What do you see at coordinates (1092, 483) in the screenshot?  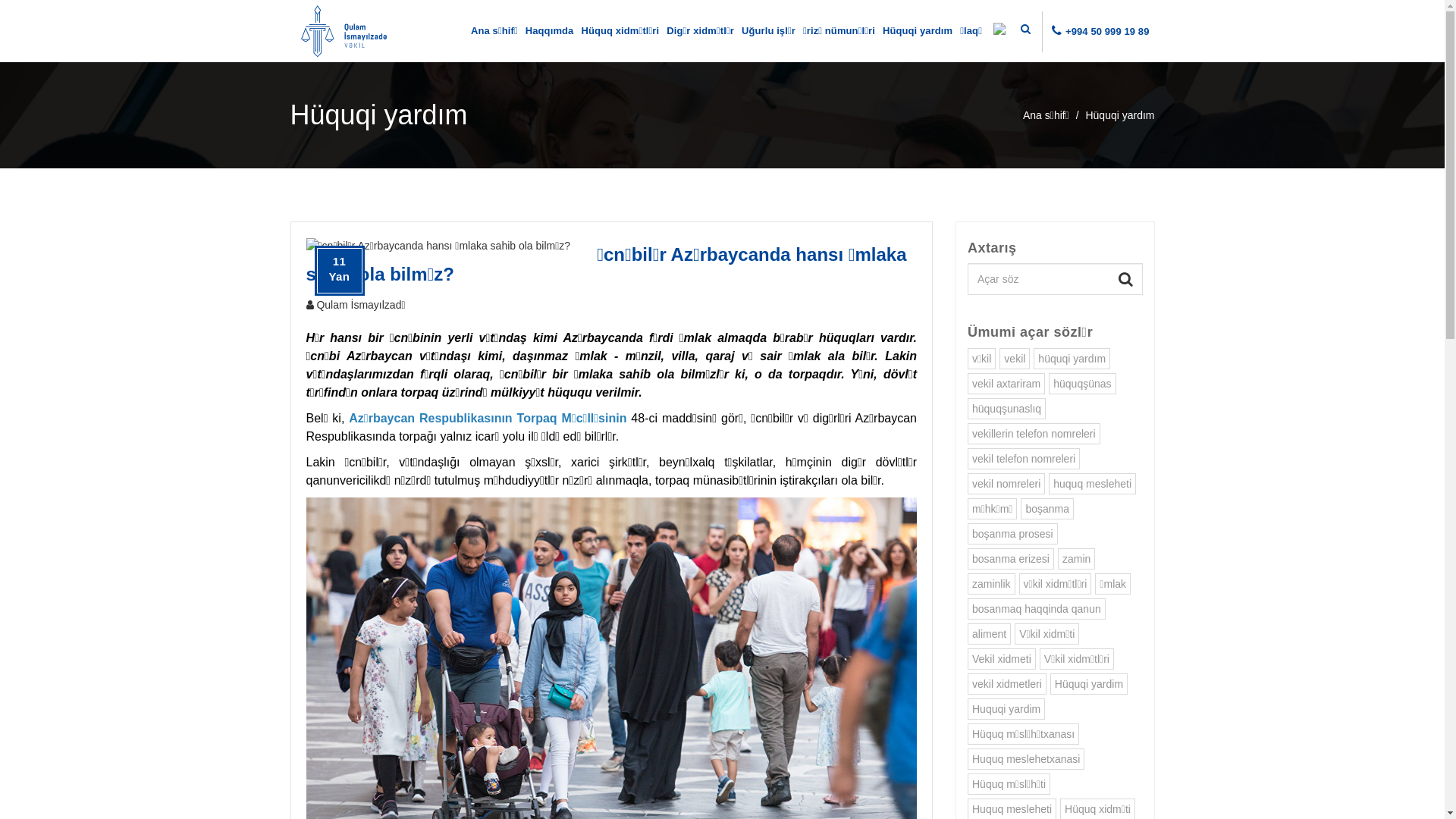 I see `'huquq mesleheti'` at bounding box center [1092, 483].